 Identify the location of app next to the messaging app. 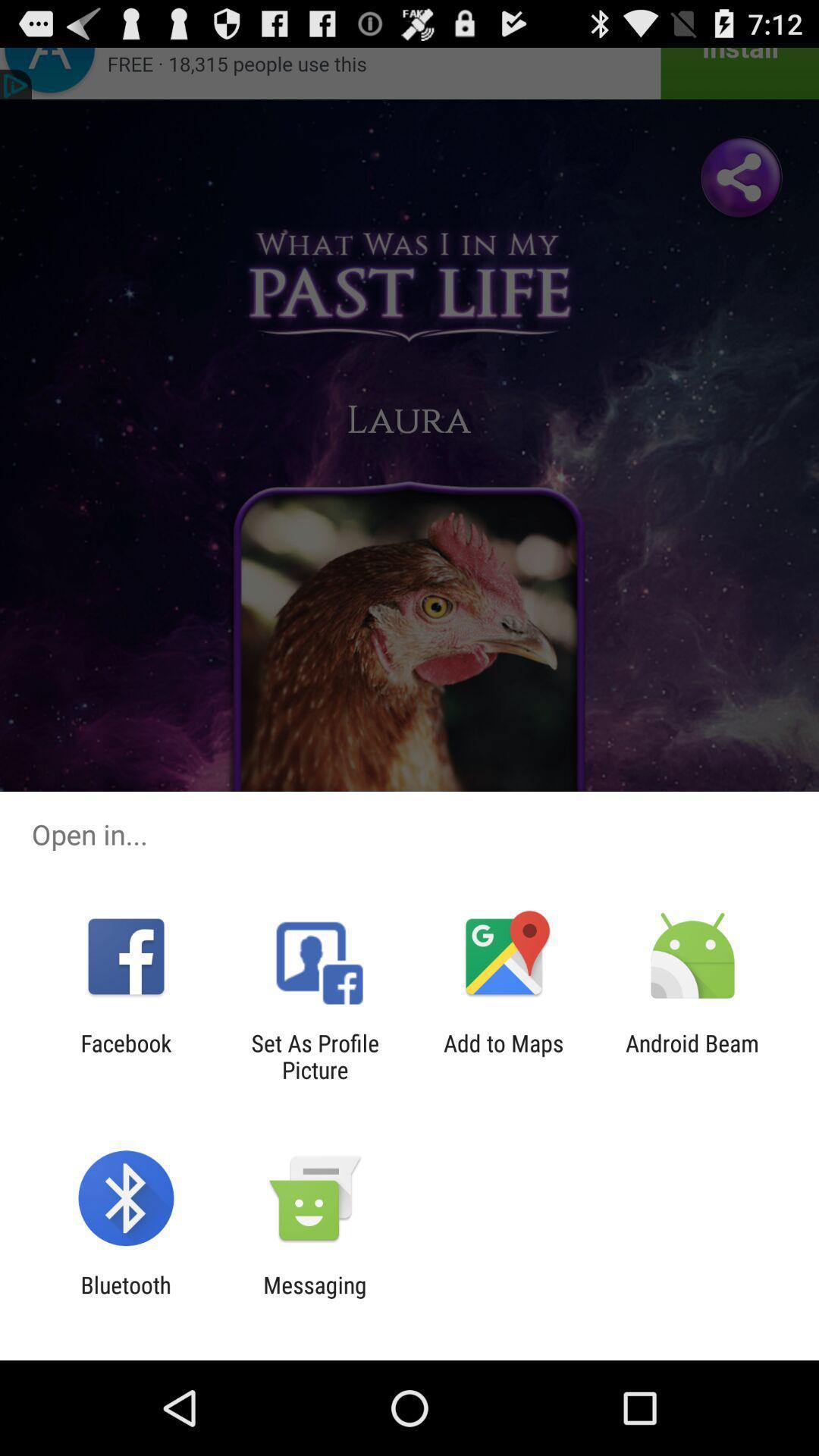
(125, 1298).